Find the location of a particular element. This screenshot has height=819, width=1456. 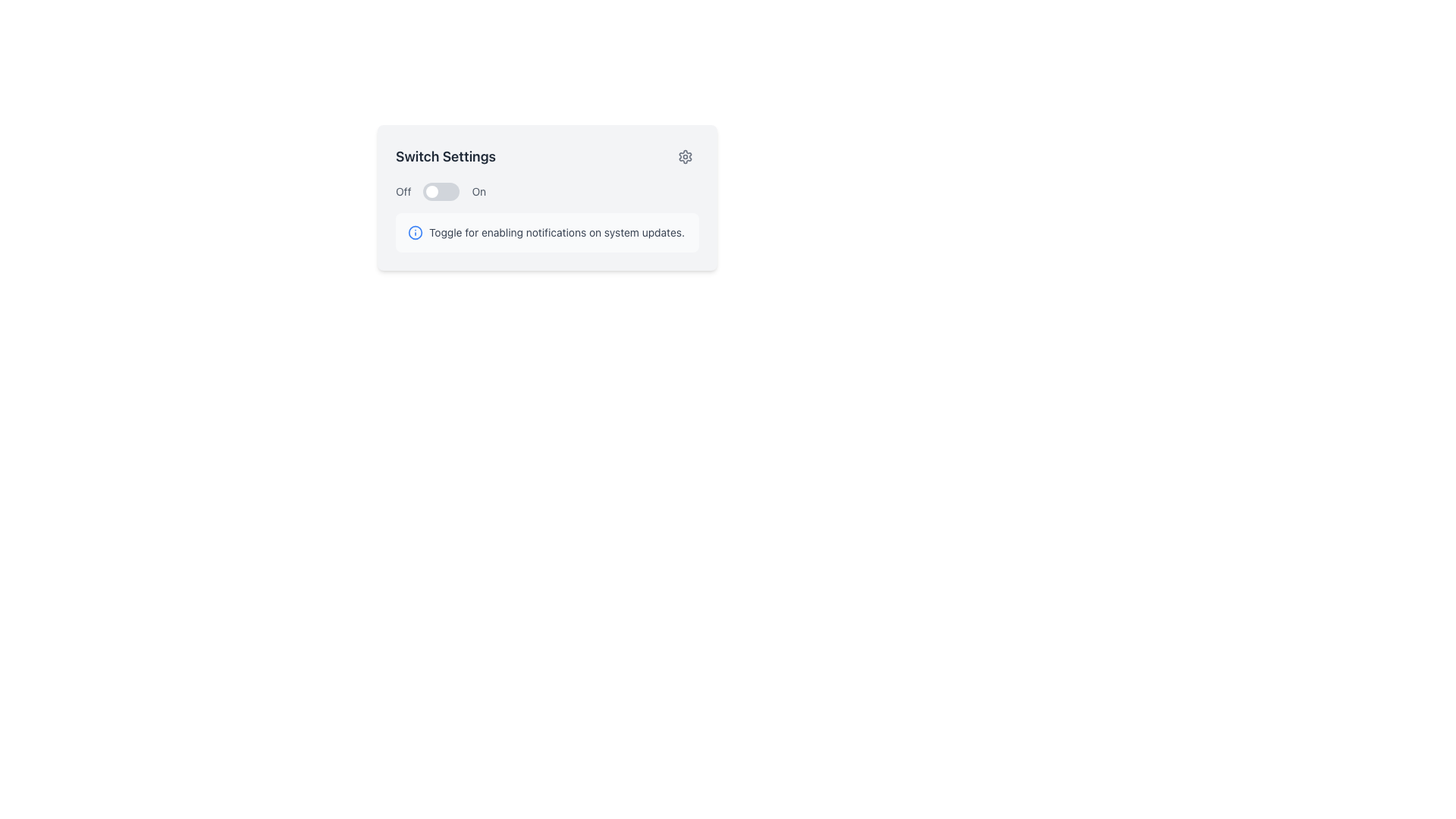

the prominent title text labeled 'Switch Settings' that is styled in a larger bold font and is dark gray on a light background is located at coordinates (444, 157).